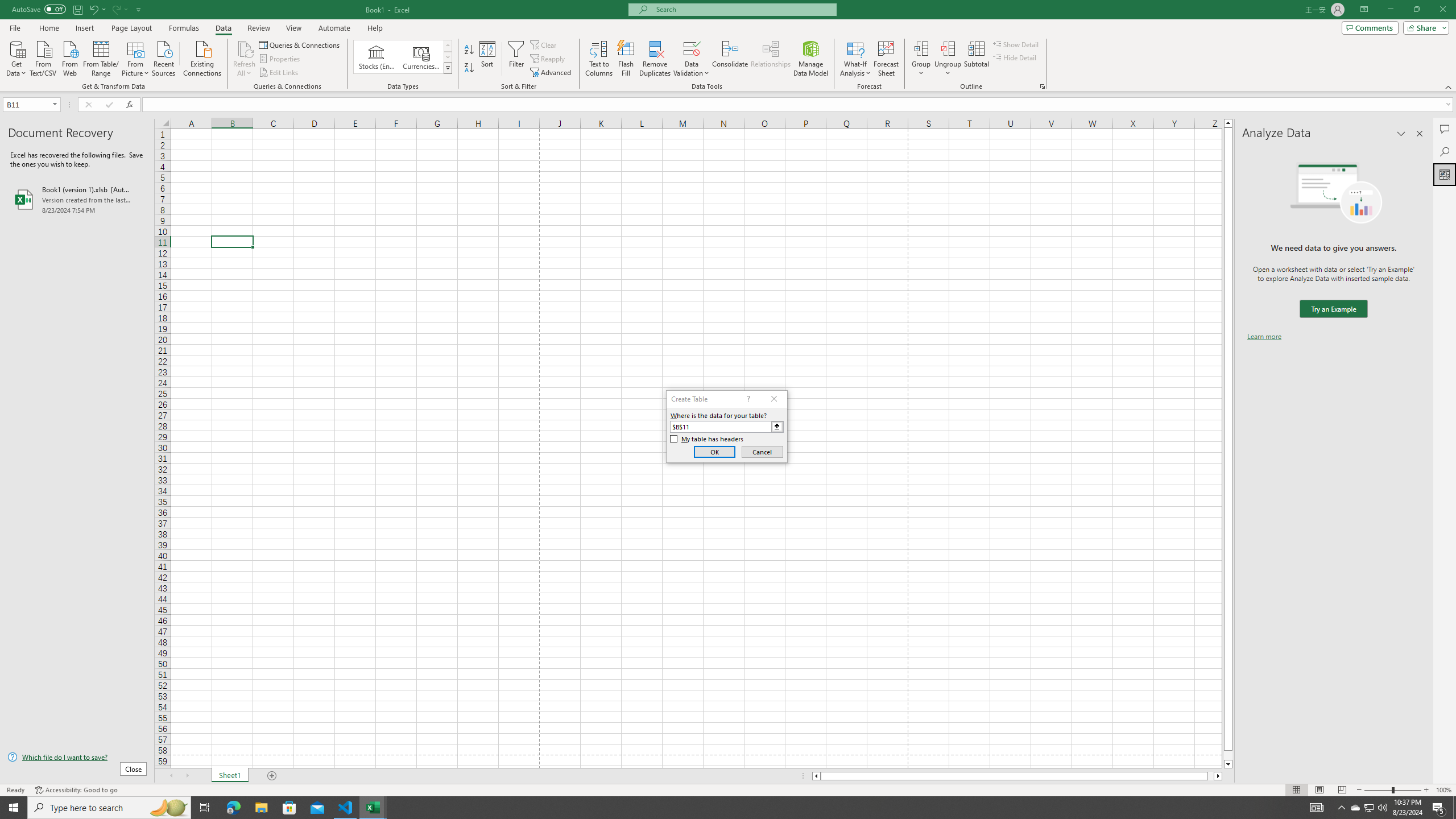 This screenshot has width=1456, height=819. I want to click on 'Sort...', so click(487, 59).